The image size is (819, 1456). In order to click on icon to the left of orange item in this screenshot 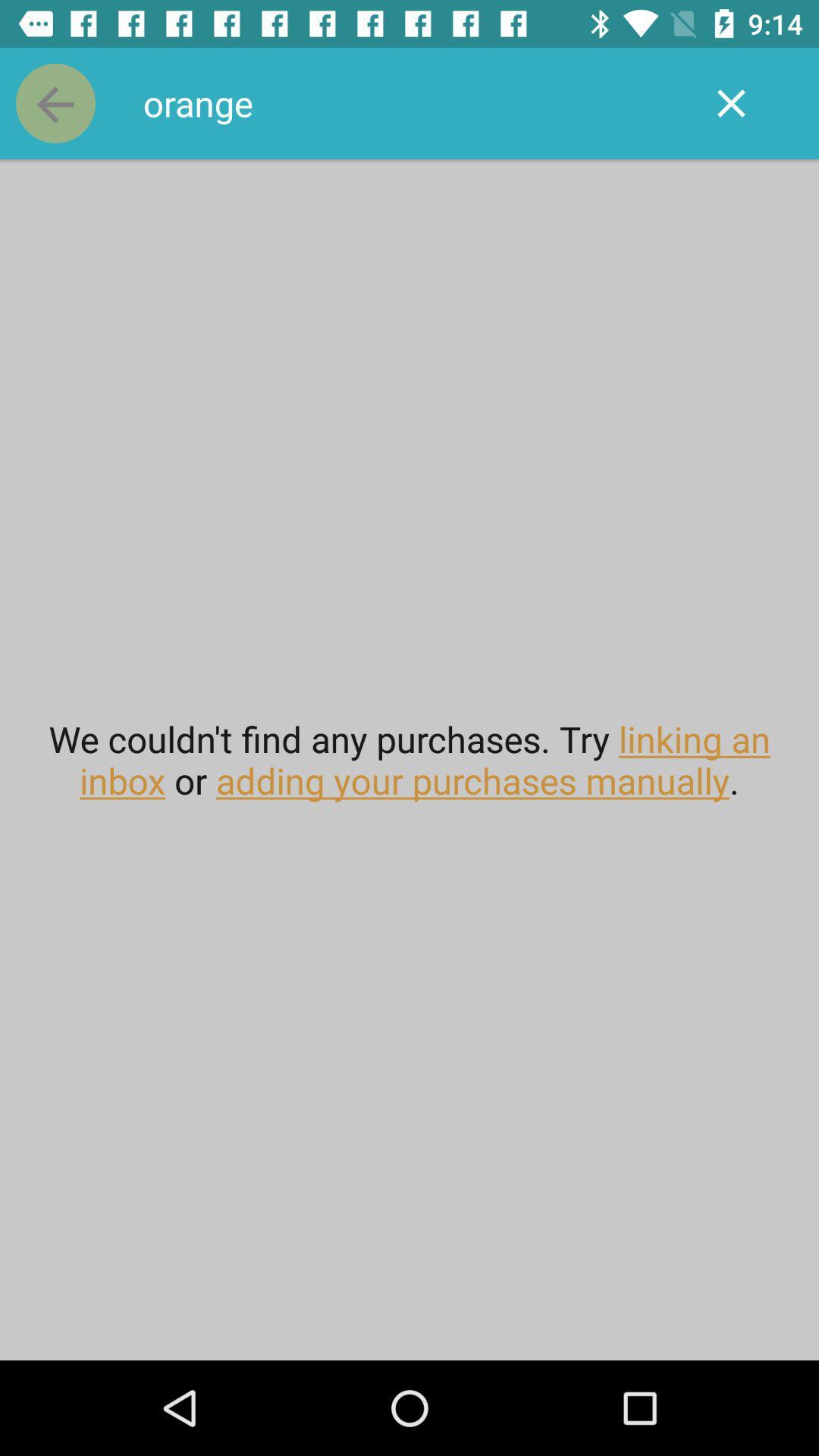, I will do `click(55, 102)`.